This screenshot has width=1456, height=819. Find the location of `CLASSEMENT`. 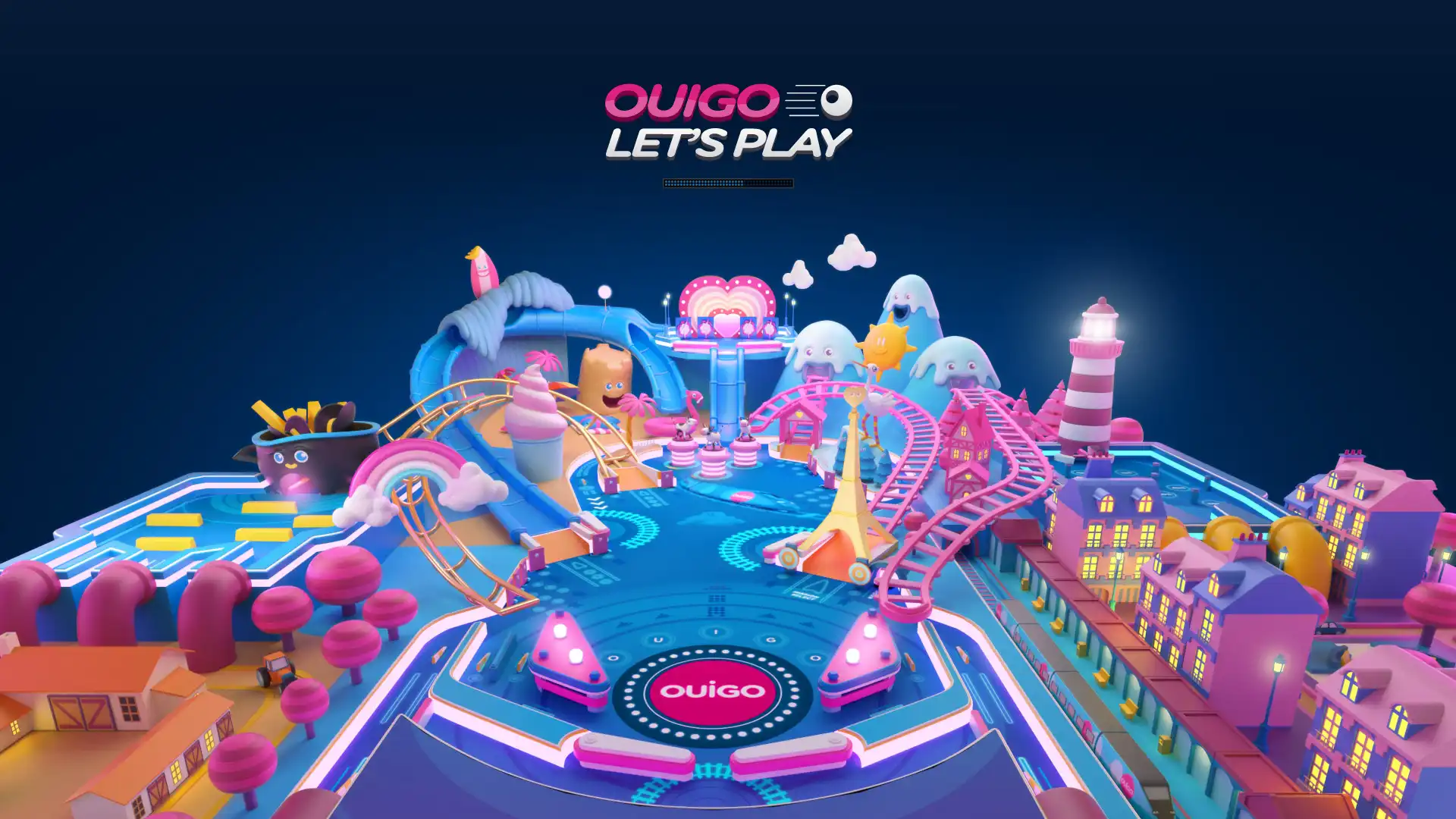

CLASSEMENT is located at coordinates (728, 796).